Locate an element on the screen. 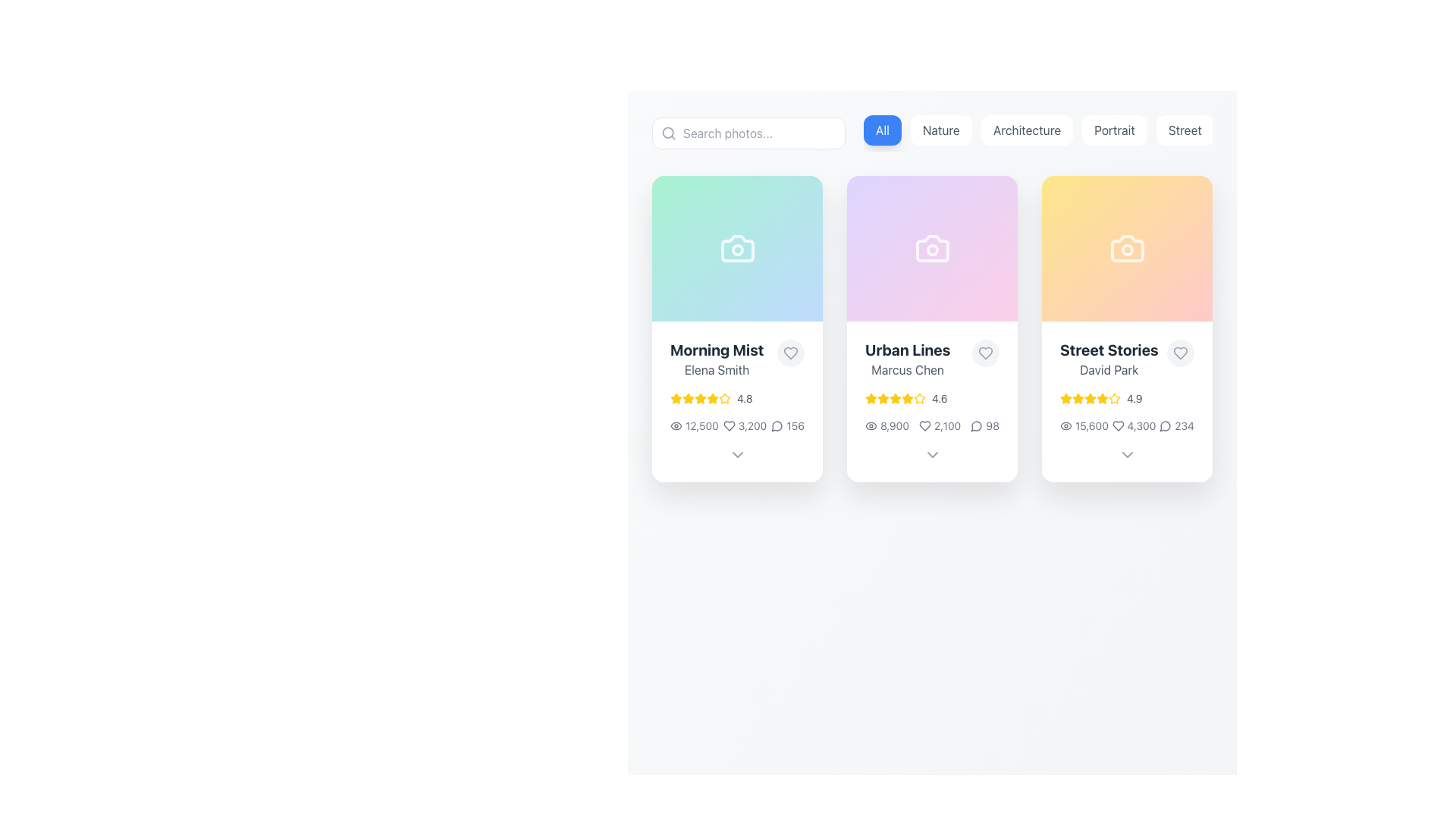 The height and width of the screenshot is (819, 1456). the fourth yellow star icon in the rating system for the 'Morning Mist' card, which is styled to indicate an active rating state is located at coordinates (700, 397).